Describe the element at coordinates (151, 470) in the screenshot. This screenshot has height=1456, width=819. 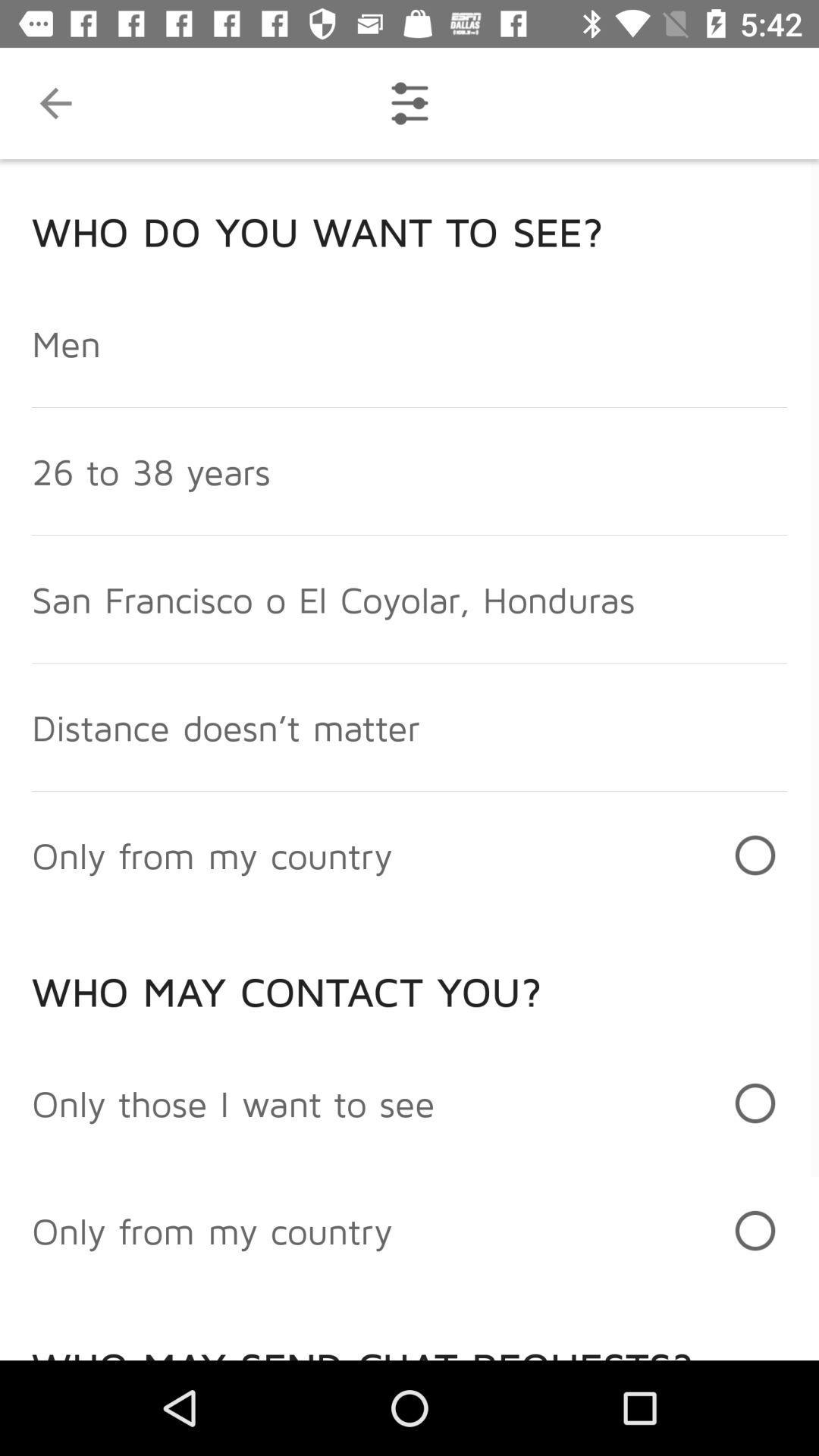
I see `the 26 to 38 icon` at that location.